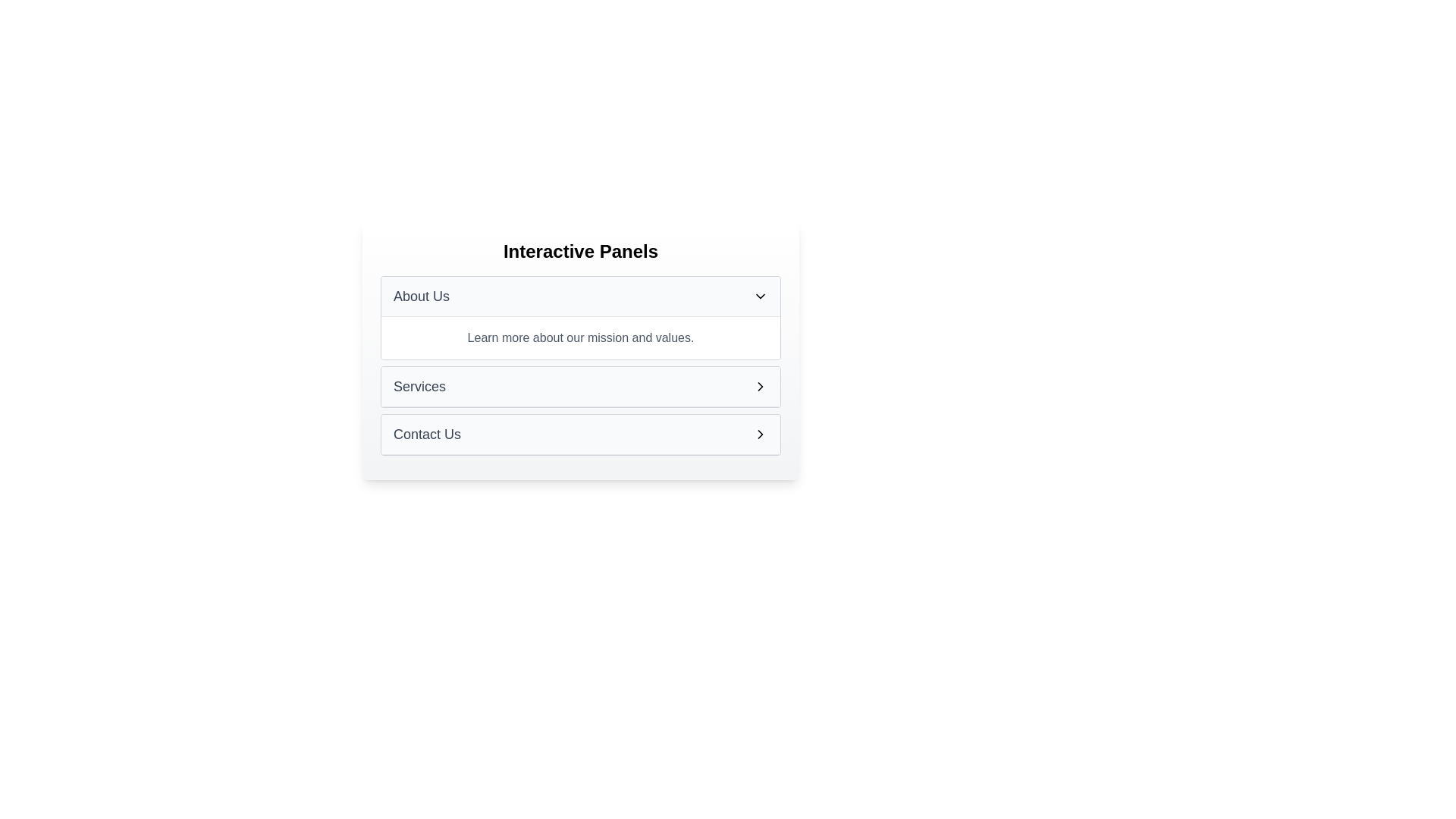 The width and height of the screenshot is (1456, 819). Describe the element at coordinates (761, 385) in the screenshot. I see `the icon positioned at the extreme right end of the 'Services' row to expand or navigate to a more detailed section related to 'Services'` at that location.